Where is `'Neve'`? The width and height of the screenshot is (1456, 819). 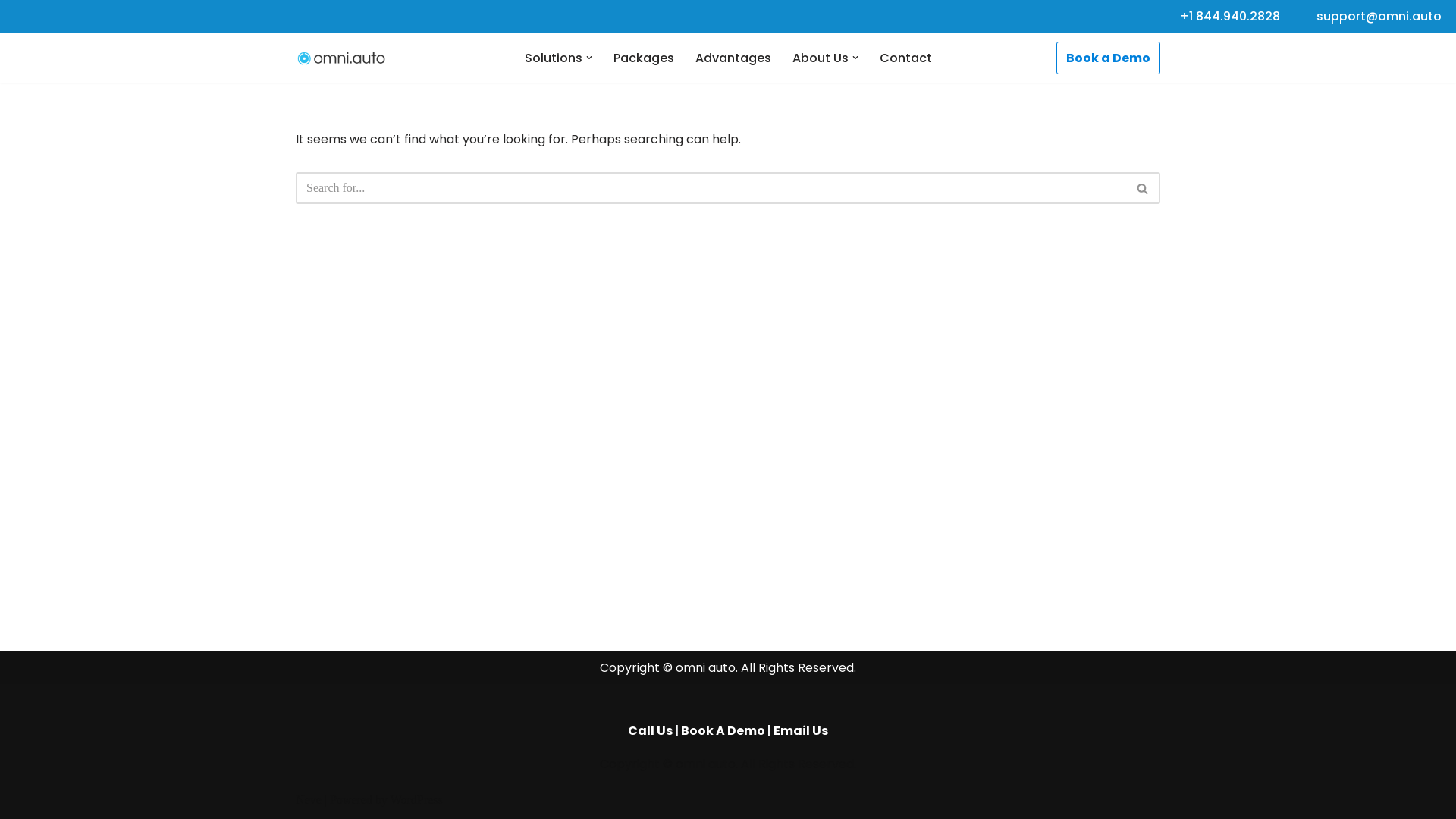
'Neve' is located at coordinates (308, 799).